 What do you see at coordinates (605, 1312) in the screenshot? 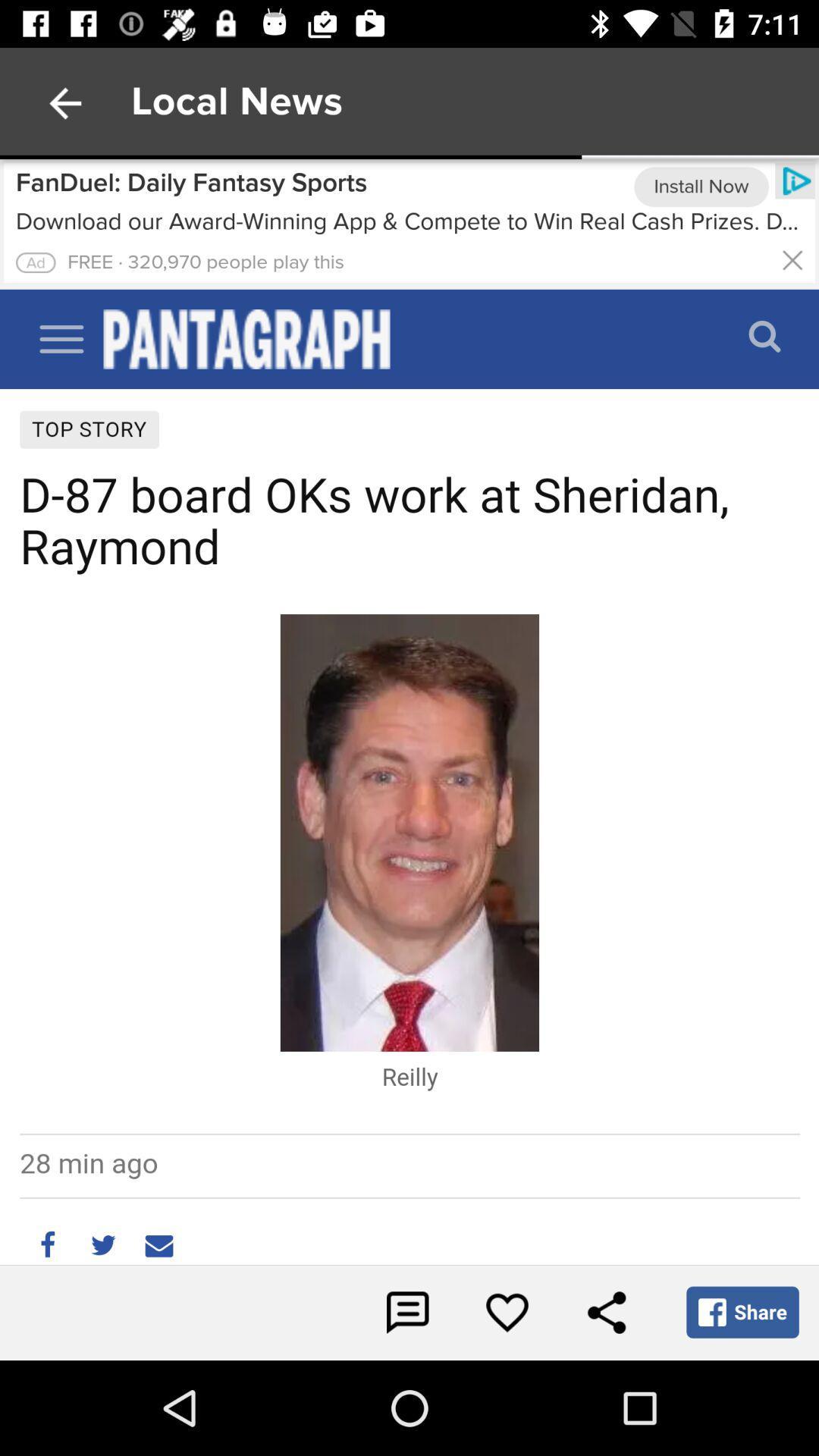
I see `share icon at bottom right` at bounding box center [605, 1312].